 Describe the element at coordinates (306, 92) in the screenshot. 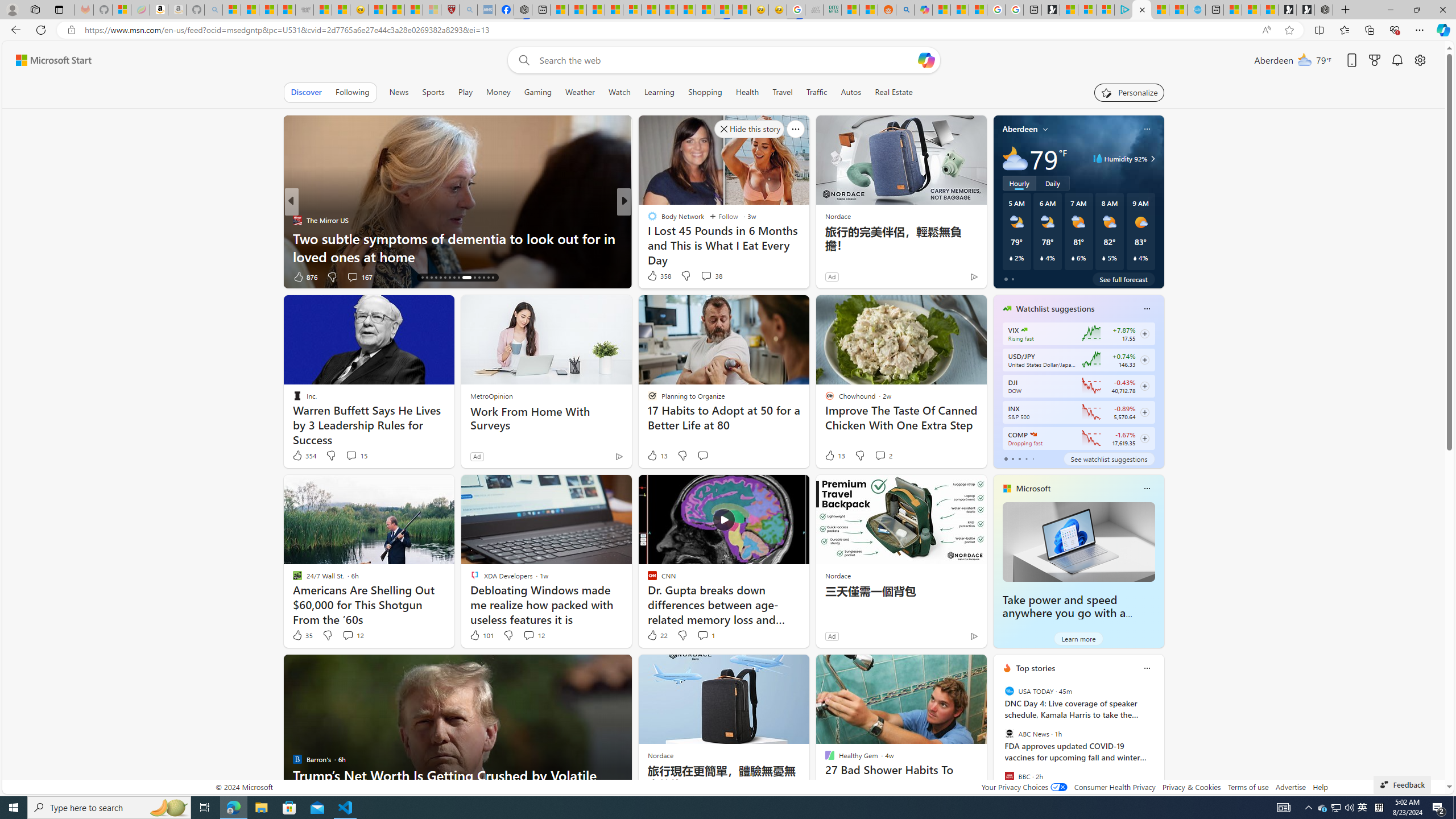

I see `'Discover'` at that location.